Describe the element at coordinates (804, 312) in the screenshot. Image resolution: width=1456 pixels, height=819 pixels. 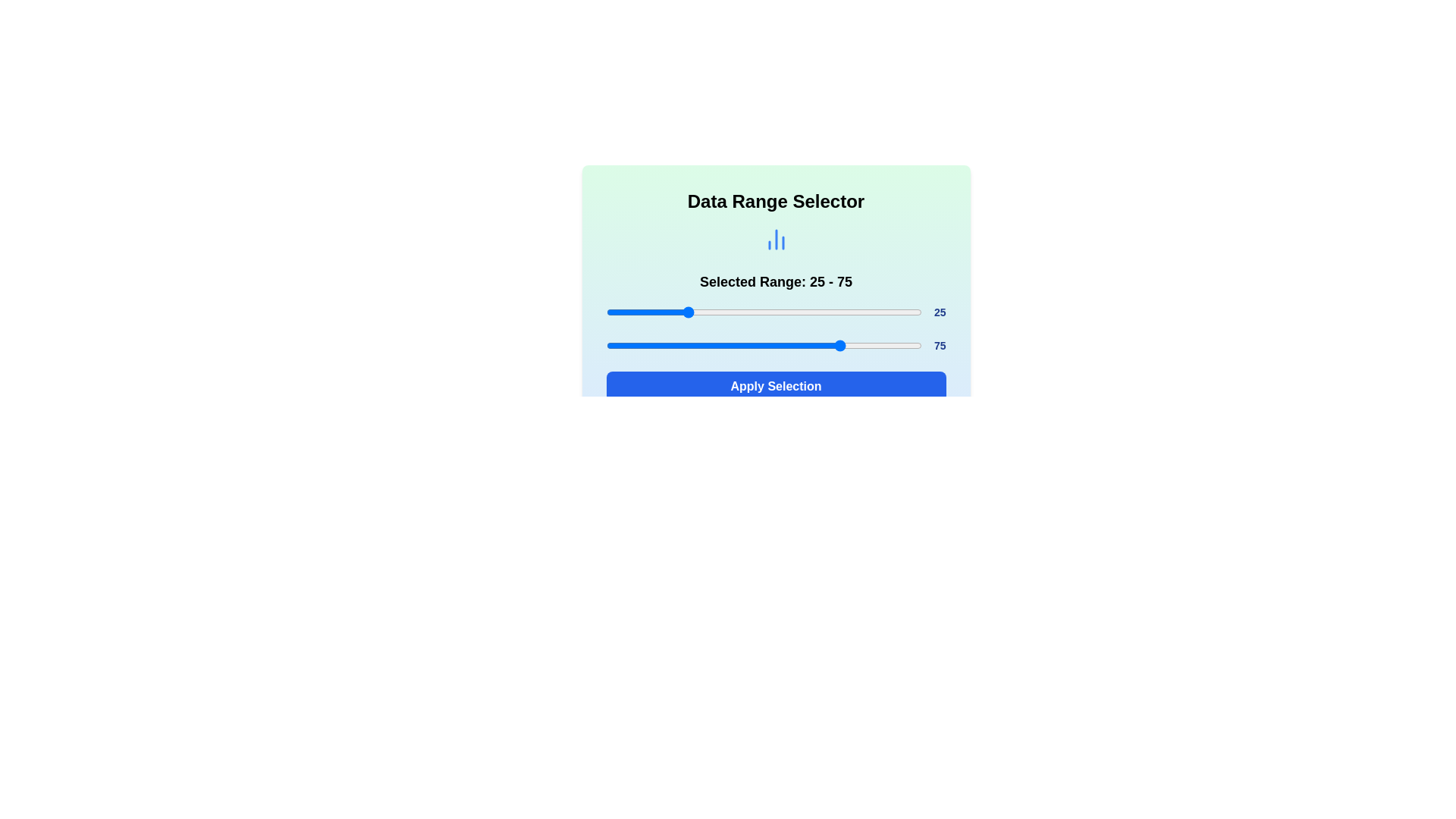
I see `the slider to set its value to 63` at that location.